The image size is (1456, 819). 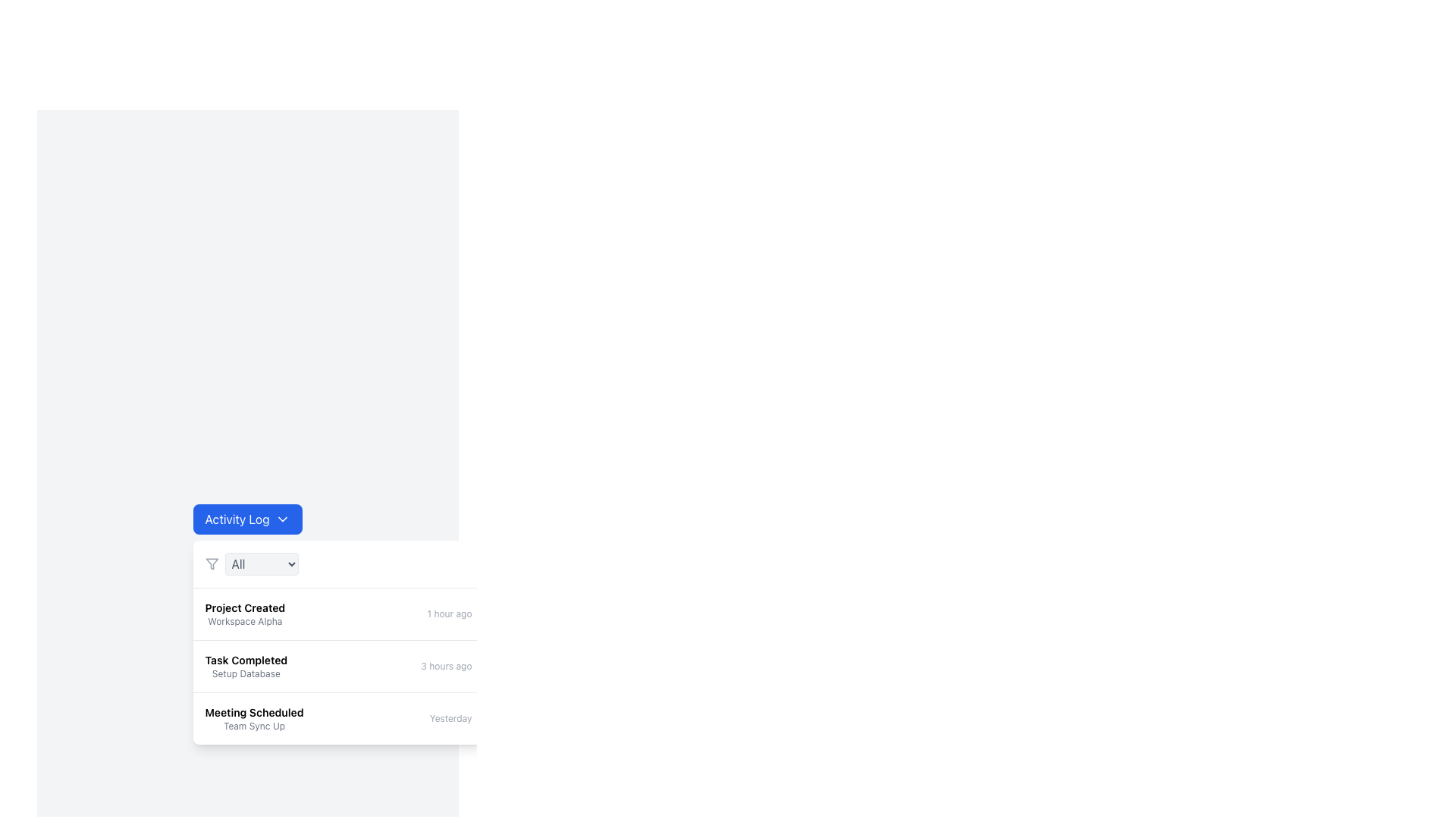 What do you see at coordinates (211, 564) in the screenshot?
I see `the filter icon located inside the dropdown menu, adjacent to the 'All' button, in the top-left corner of the dropdown panel near the 'Activity Log' heading` at bounding box center [211, 564].